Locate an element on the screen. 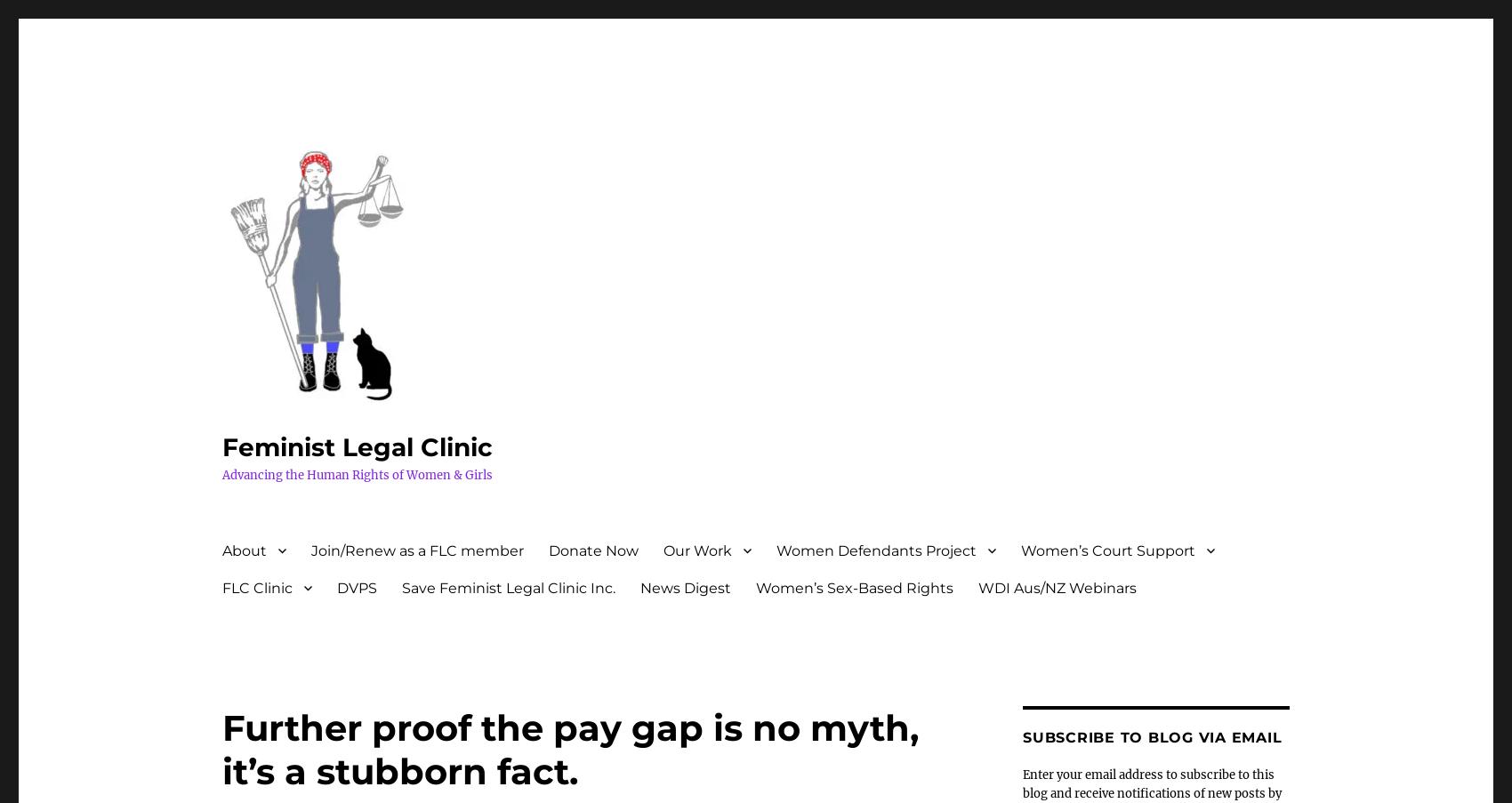 This screenshot has width=1512, height=803. 'Subscribe to Blog via Email' is located at coordinates (1023, 736).